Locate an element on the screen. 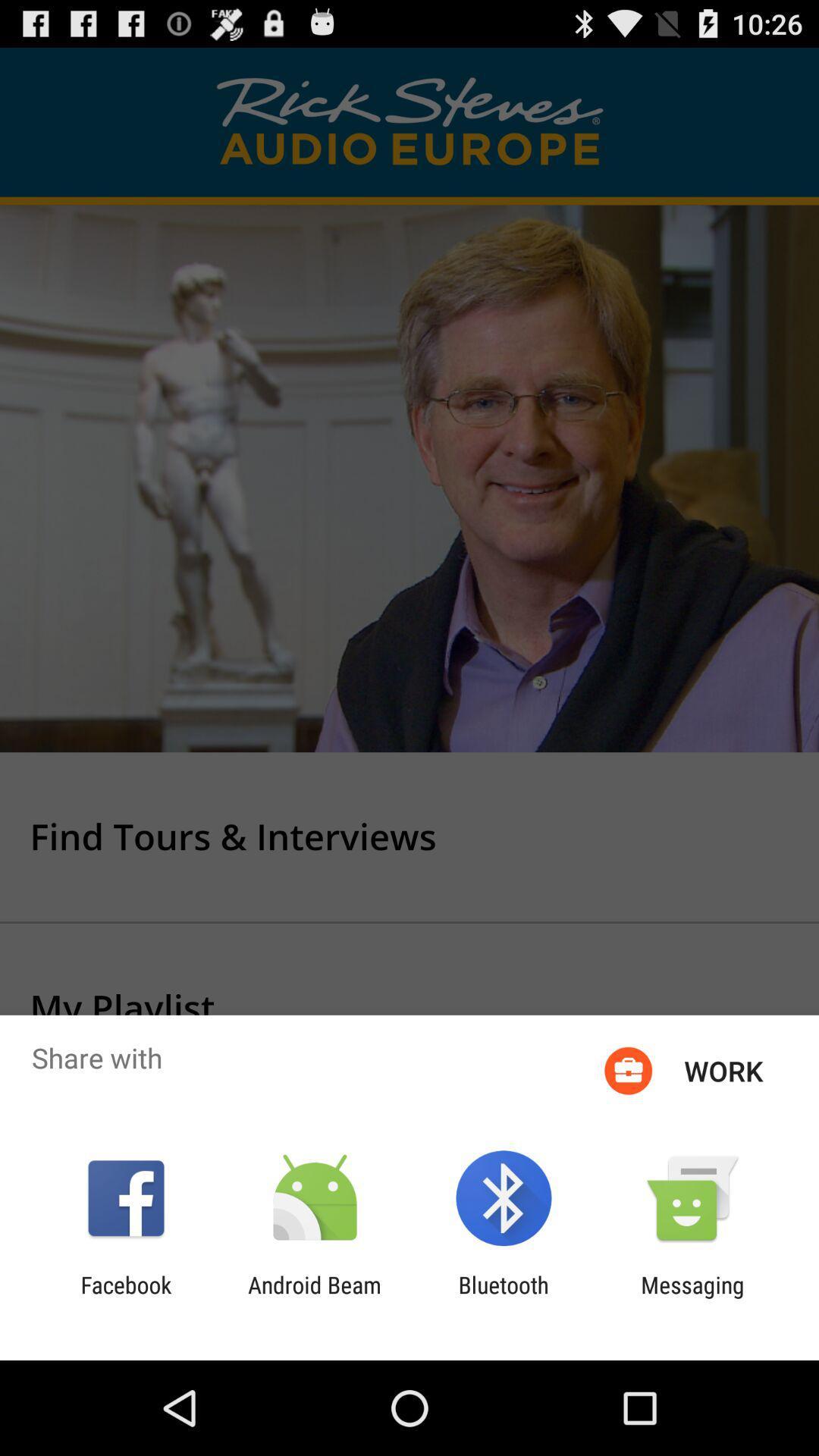 This screenshot has width=819, height=1456. messaging is located at coordinates (692, 1298).